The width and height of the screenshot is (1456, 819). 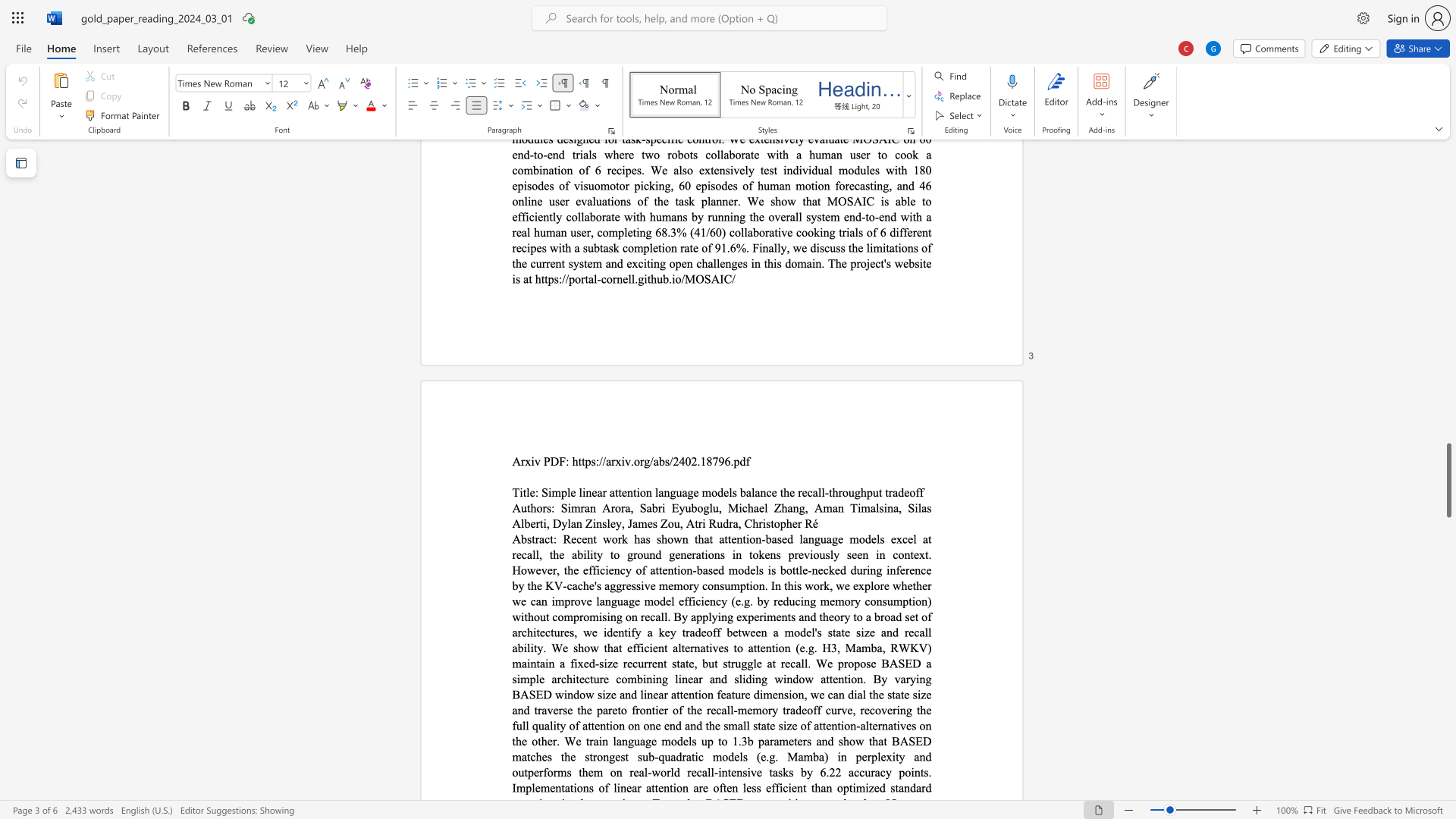 I want to click on the scrollbar to move the view up, so click(x=1448, y=500).